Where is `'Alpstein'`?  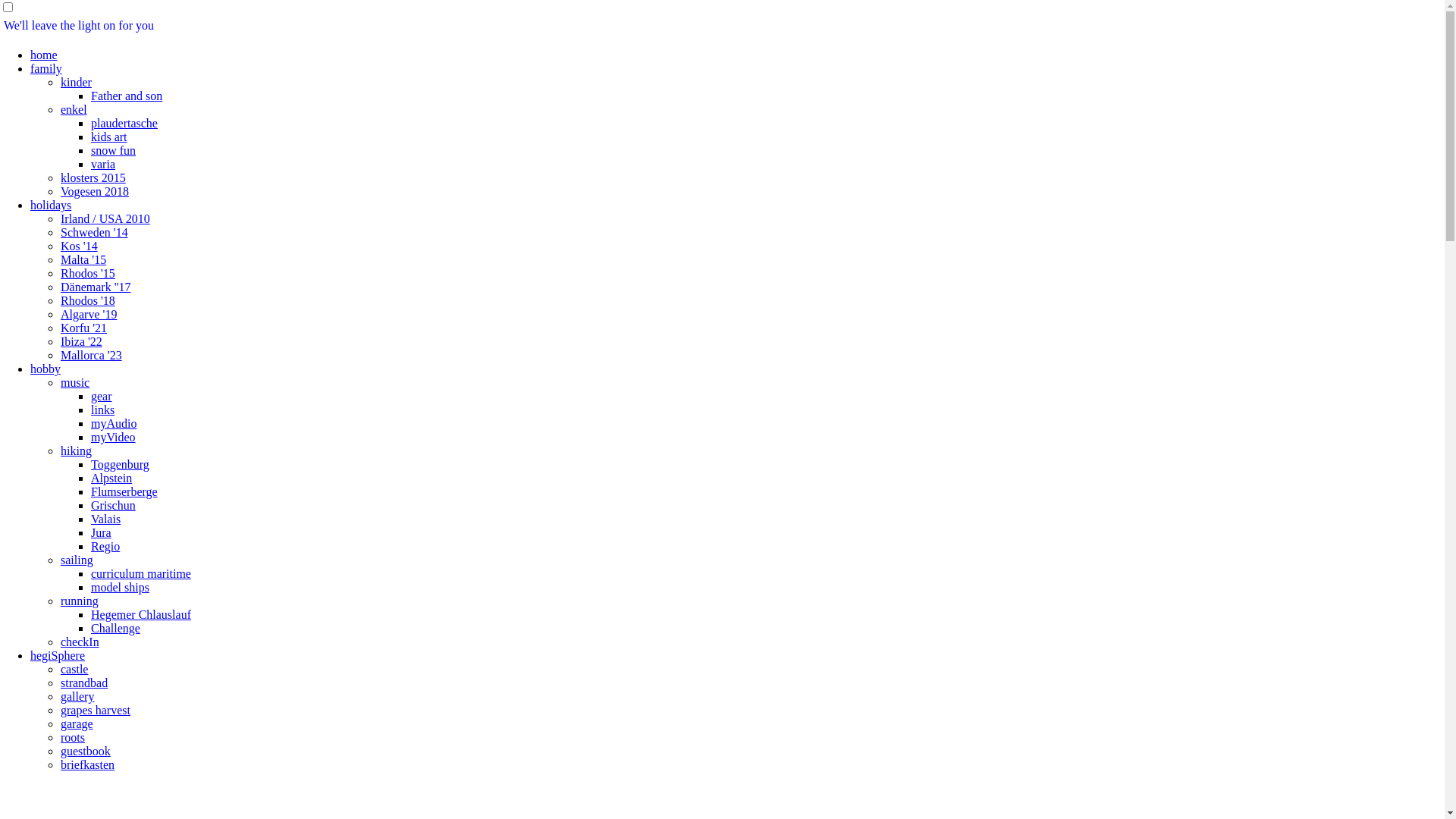 'Alpstein' is located at coordinates (111, 478).